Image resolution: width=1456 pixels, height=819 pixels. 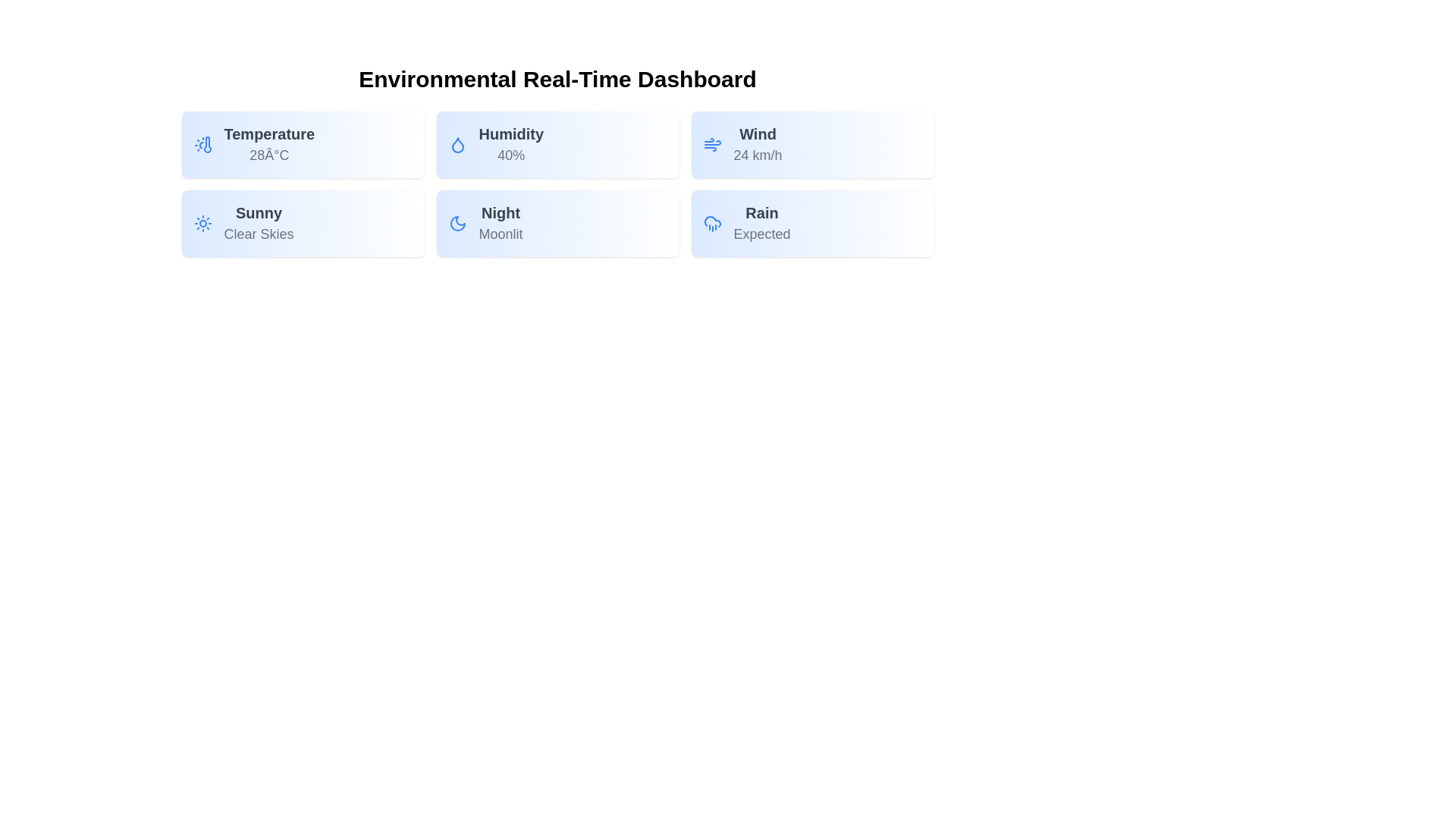 What do you see at coordinates (758, 145) in the screenshot?
I see `text displayed on the wind speed label, which shows the wind speed as 'Wind 24 km/h' in the third panel of the top row of the environmental dashboard` at bounding box center [758, 145].